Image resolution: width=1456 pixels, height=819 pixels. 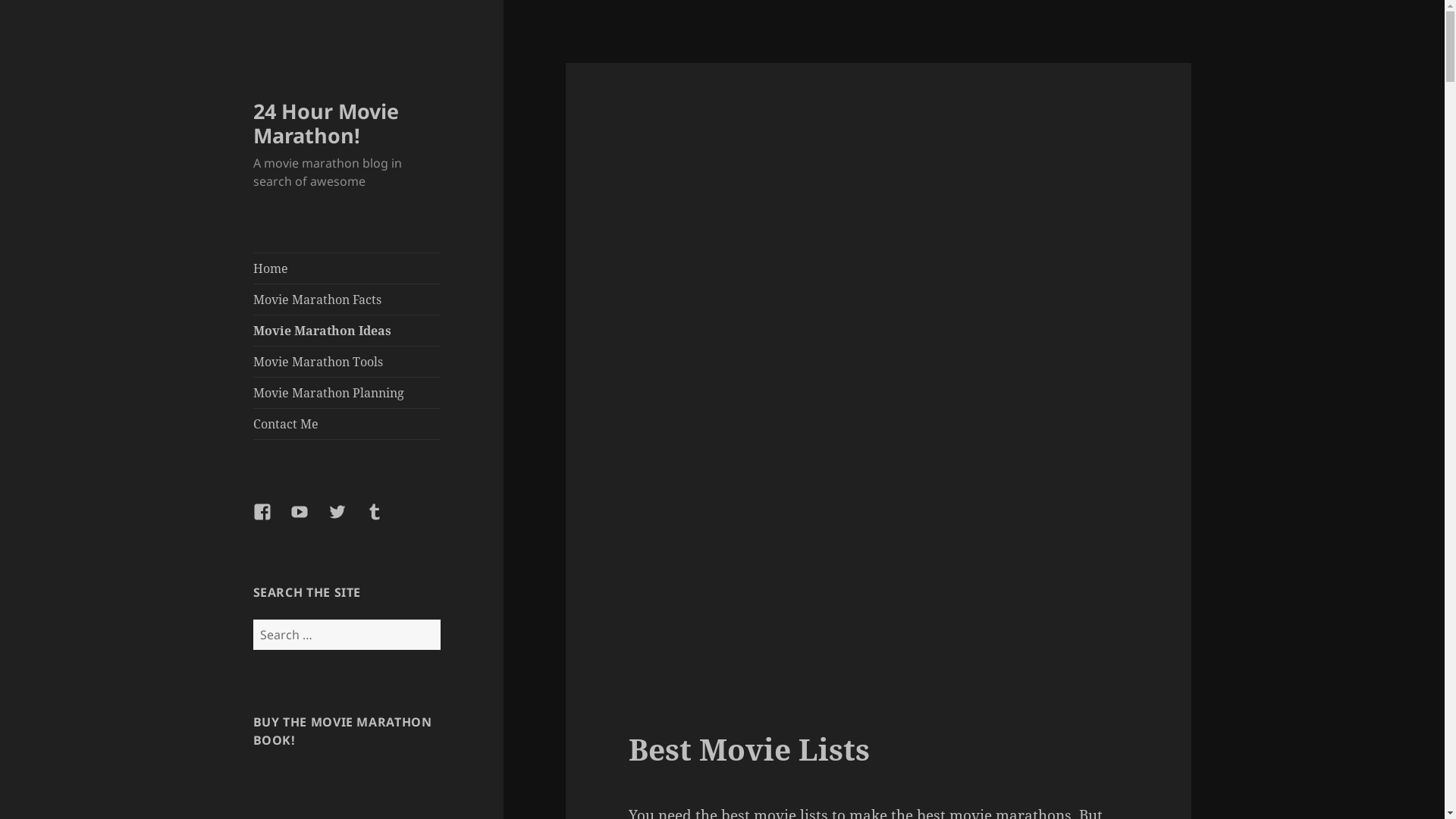 What do you see at coordinates (308, 519) in the screenshot?
I see `'YouTube'` at bounding box center [308, 519].